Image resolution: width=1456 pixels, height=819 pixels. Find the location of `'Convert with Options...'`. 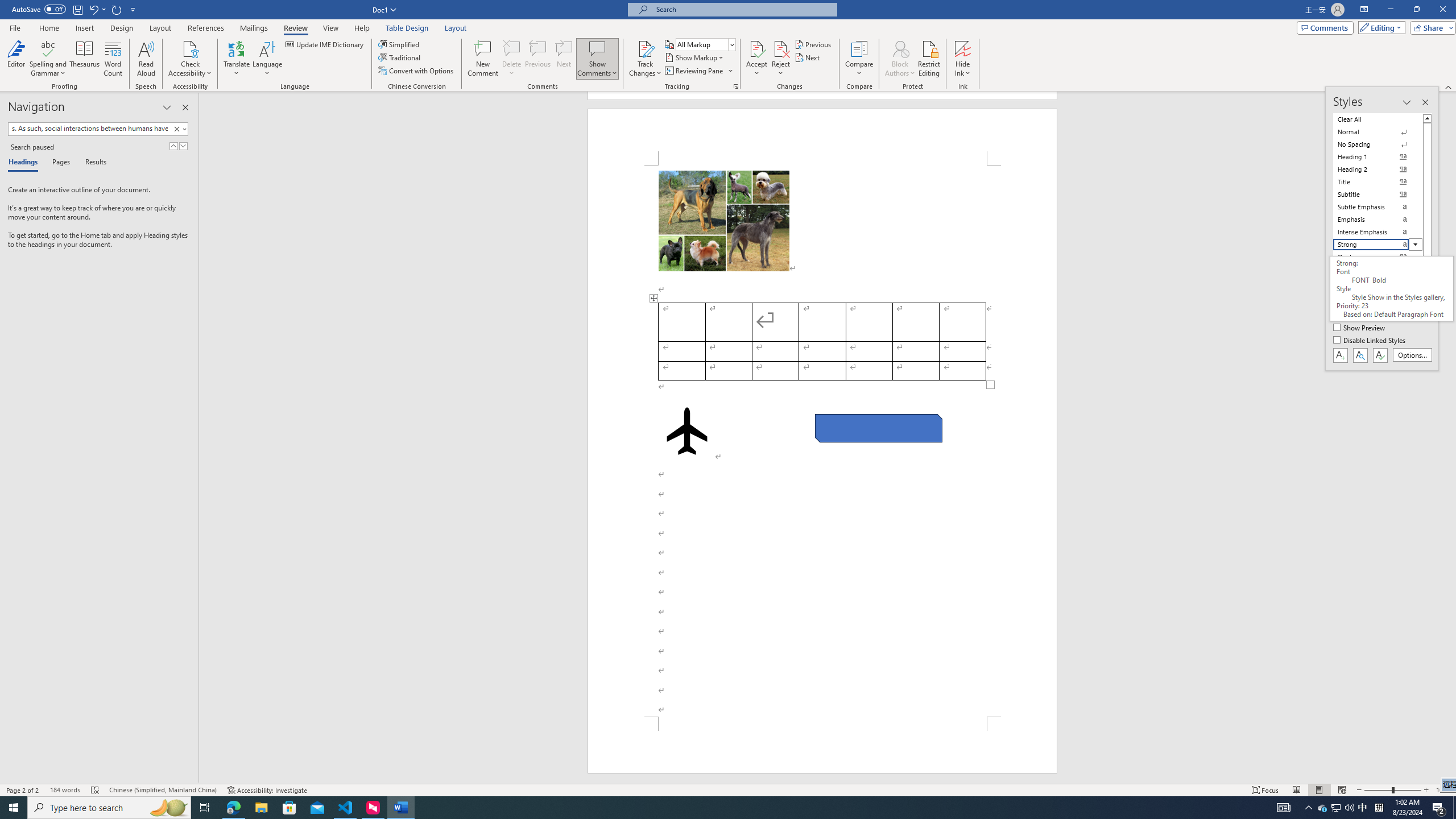

'Convert with Options...' is located at coordinates (417, 69).